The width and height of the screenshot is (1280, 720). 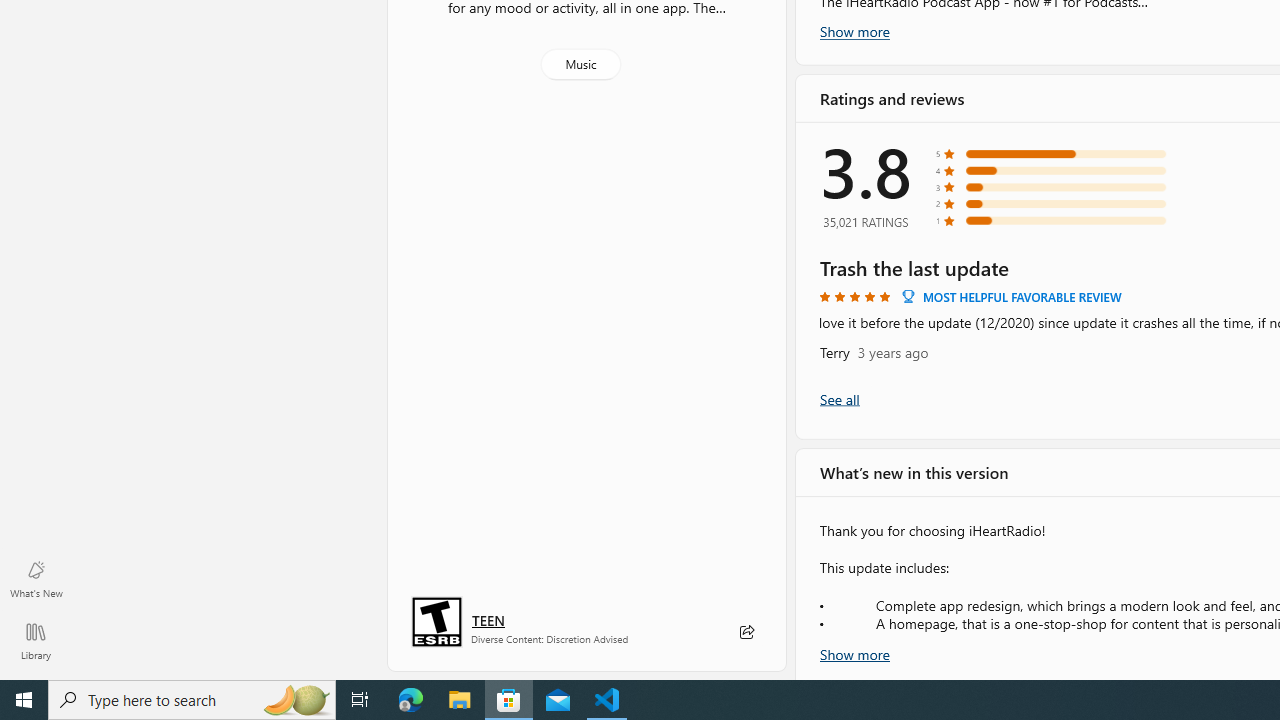 What do you see at coordinates (839, 398) in the screenshot?
I see `'Show all ratings and reviews'` at bounding box center [839, 398].